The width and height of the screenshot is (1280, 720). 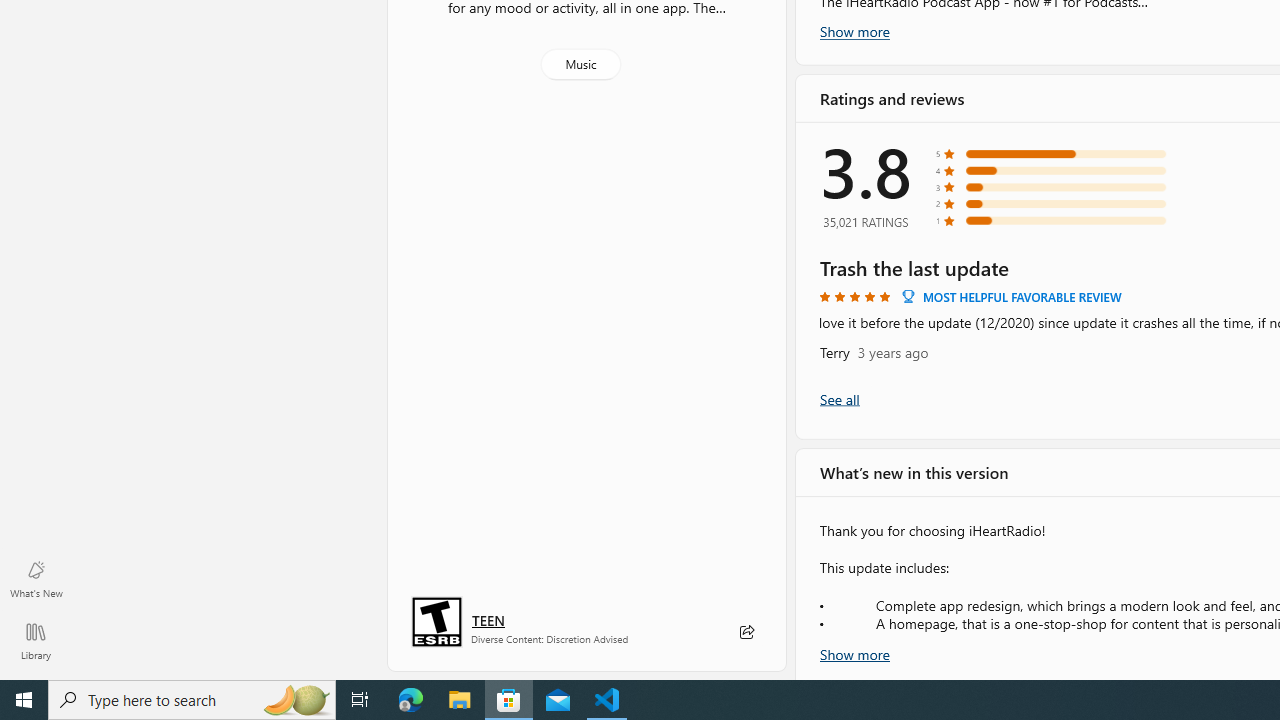 What do you see at coordinates (839, 398) in the screenshot?
I see `'Show all ratings and reviews'` at bounding box center [839, 398].